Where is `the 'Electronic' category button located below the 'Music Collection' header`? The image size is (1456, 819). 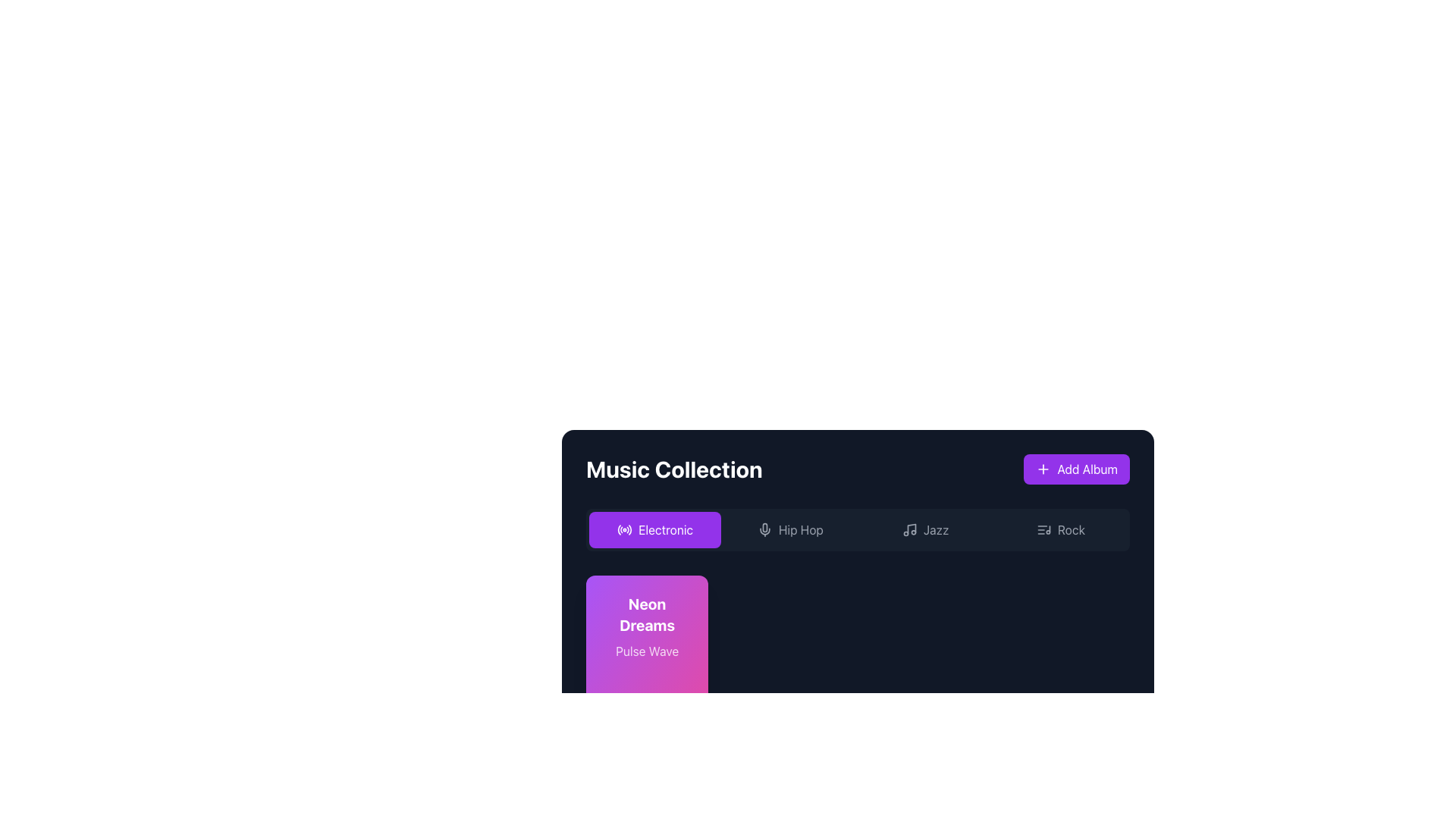
the 'Electronic' category button located below the 'Music Collection' header is located at coordinates (655, 529).